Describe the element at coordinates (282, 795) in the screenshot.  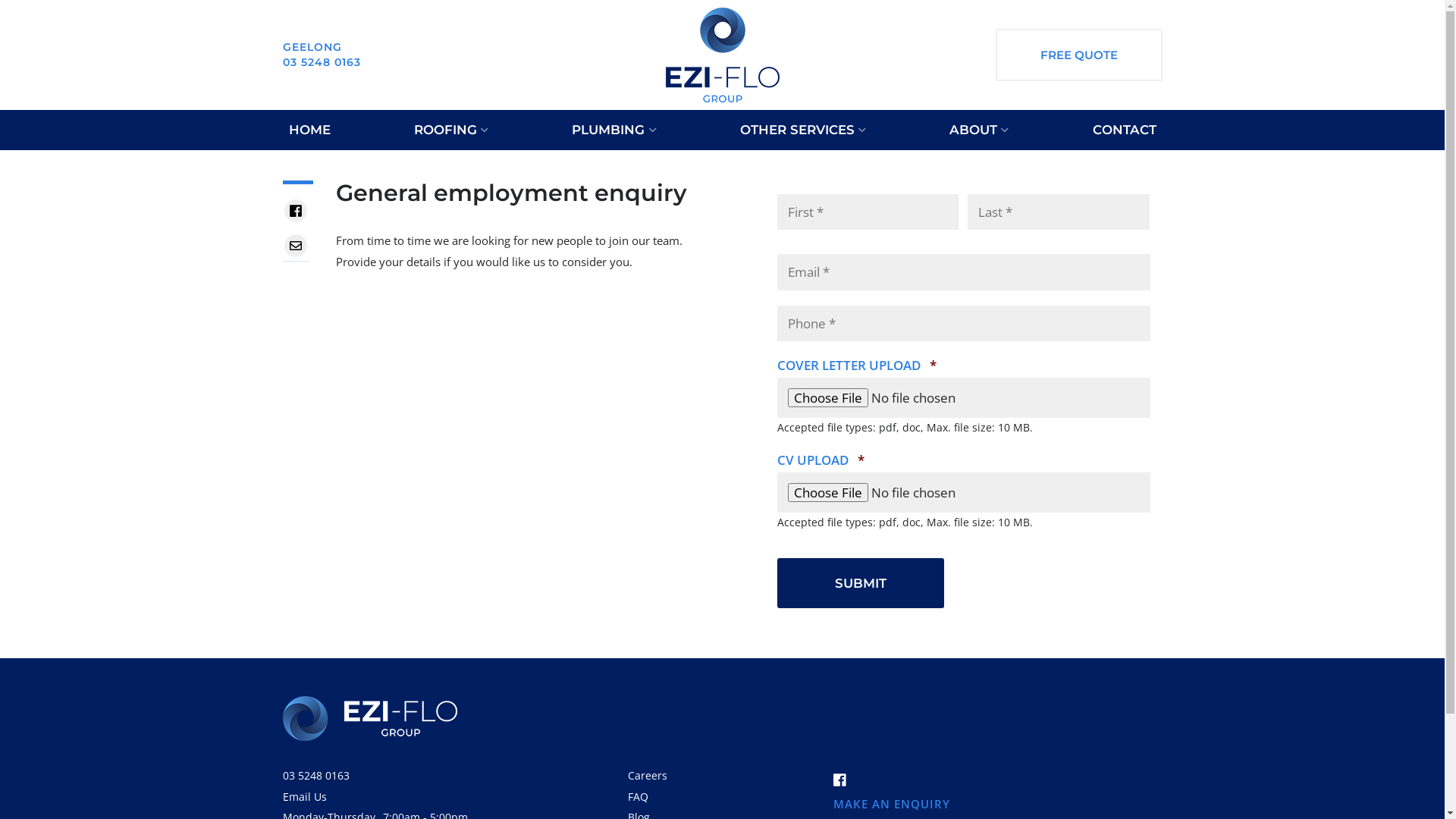
I see `'Email Us'` at that location.